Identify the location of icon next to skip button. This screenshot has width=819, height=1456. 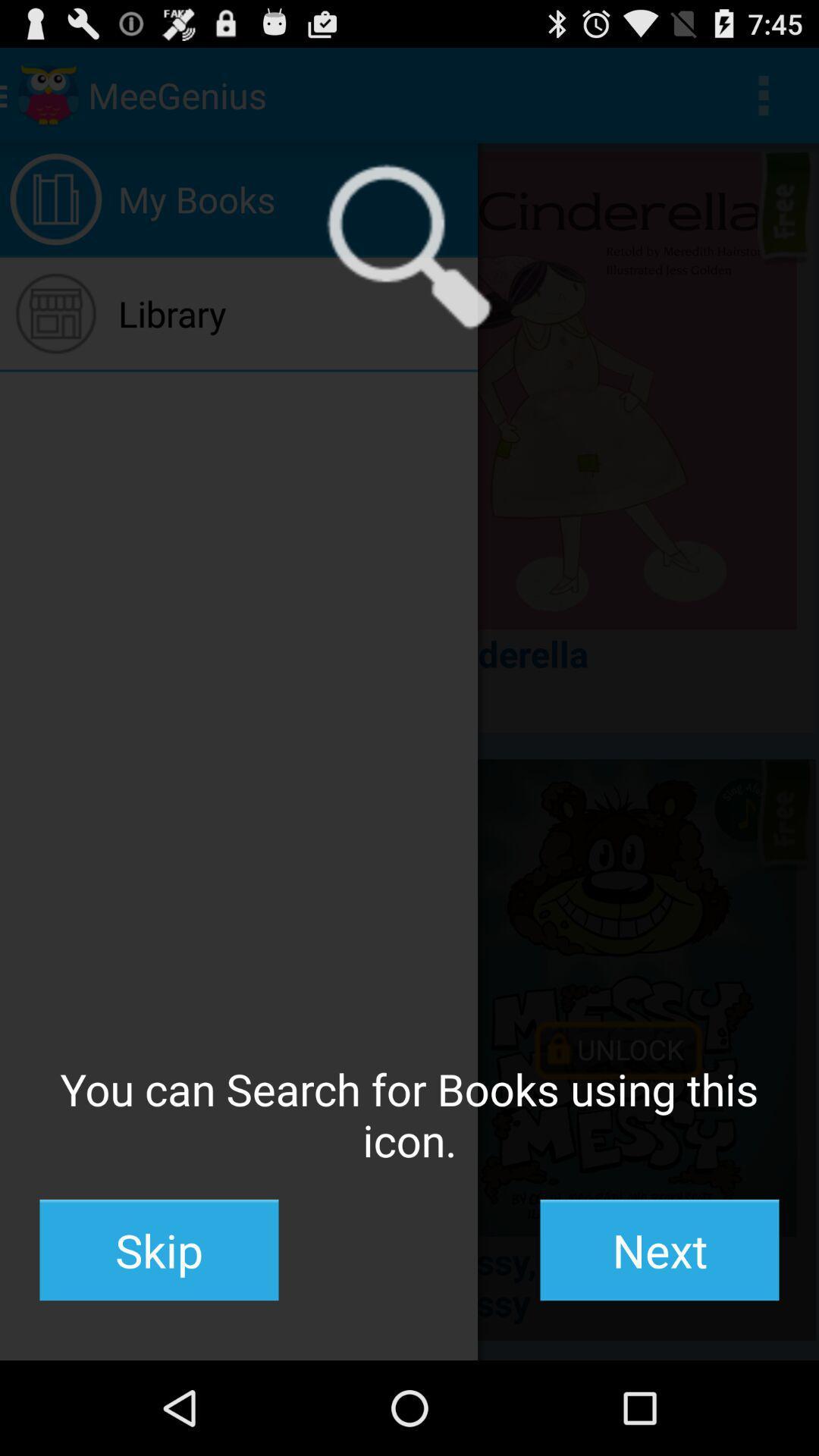
(659, 1250).